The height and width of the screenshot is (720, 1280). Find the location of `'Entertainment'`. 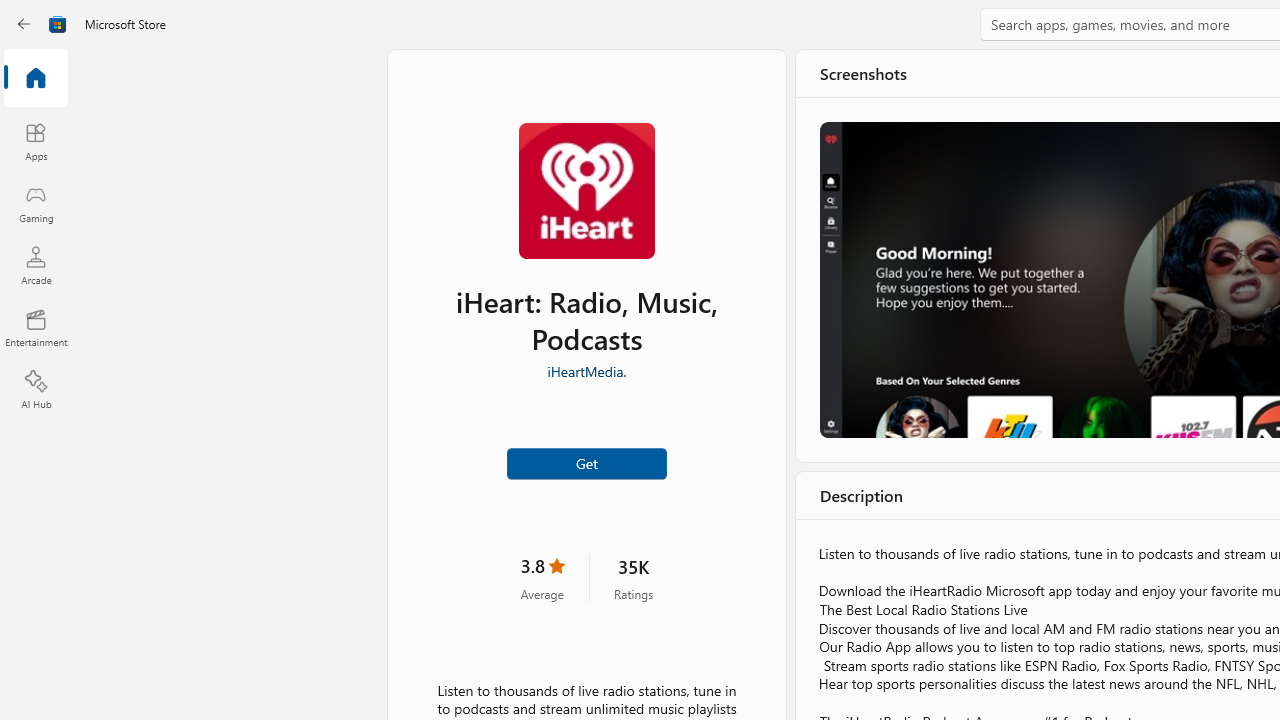

'Entertainment' is located at coordinates (35, 326).